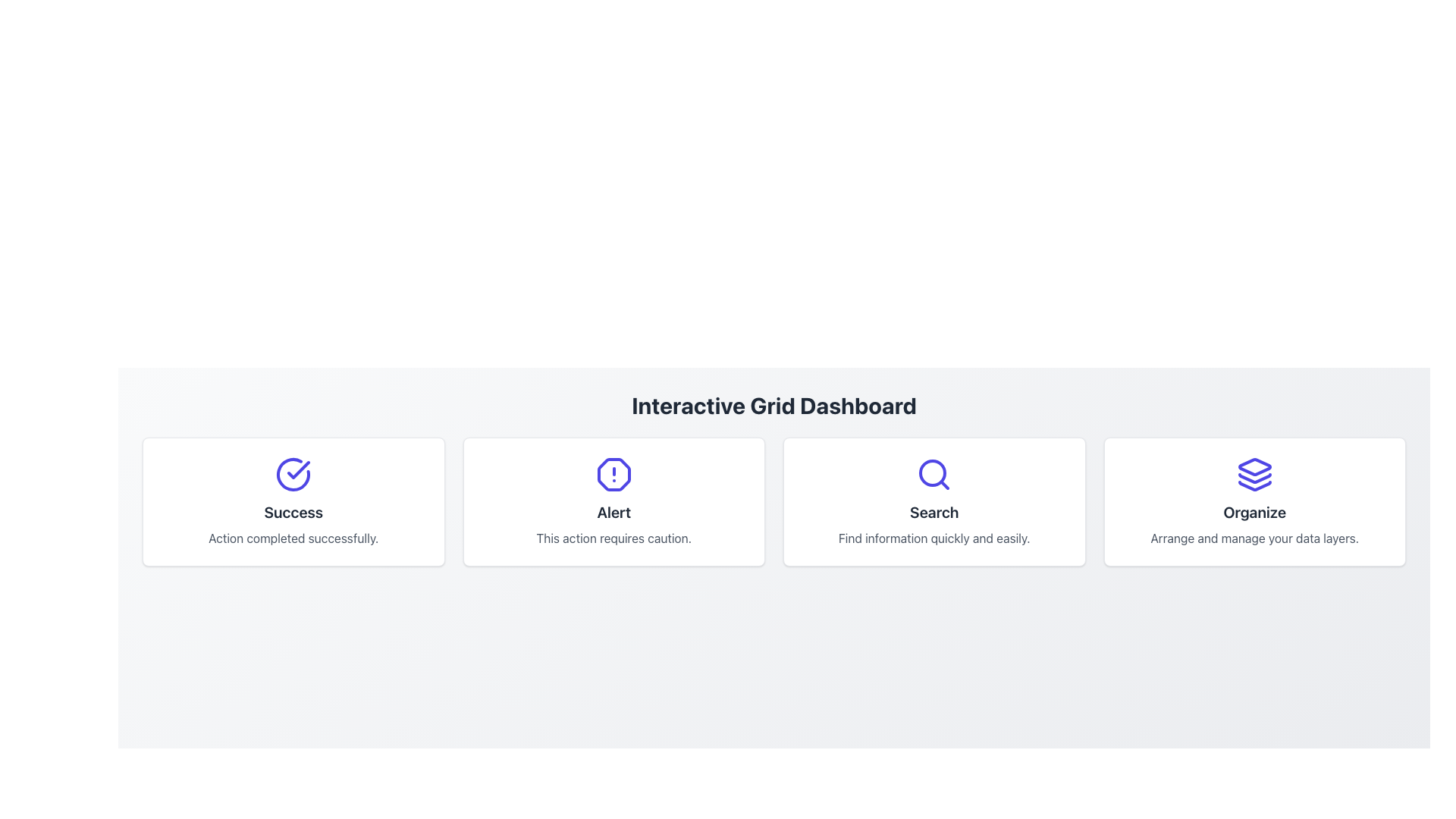 This screenshot has width=1456, height=819. I want to click on the visual alert prompt icon, which is an octagon with an exclamation mark, located above the title text 'Alert' in the second position of a 2x2 card layout, so click(613, 473).